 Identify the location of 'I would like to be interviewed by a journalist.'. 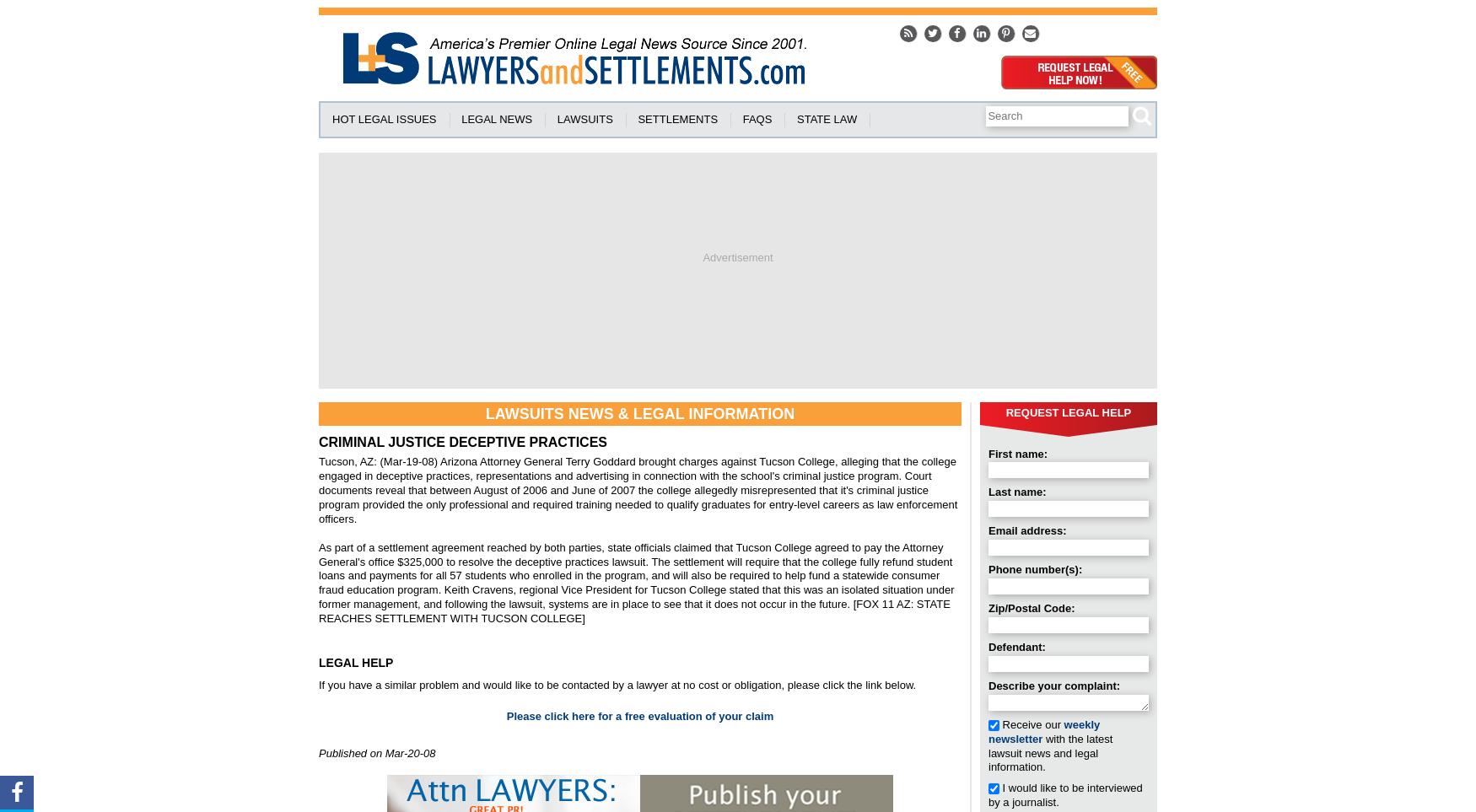
(1064, 794).